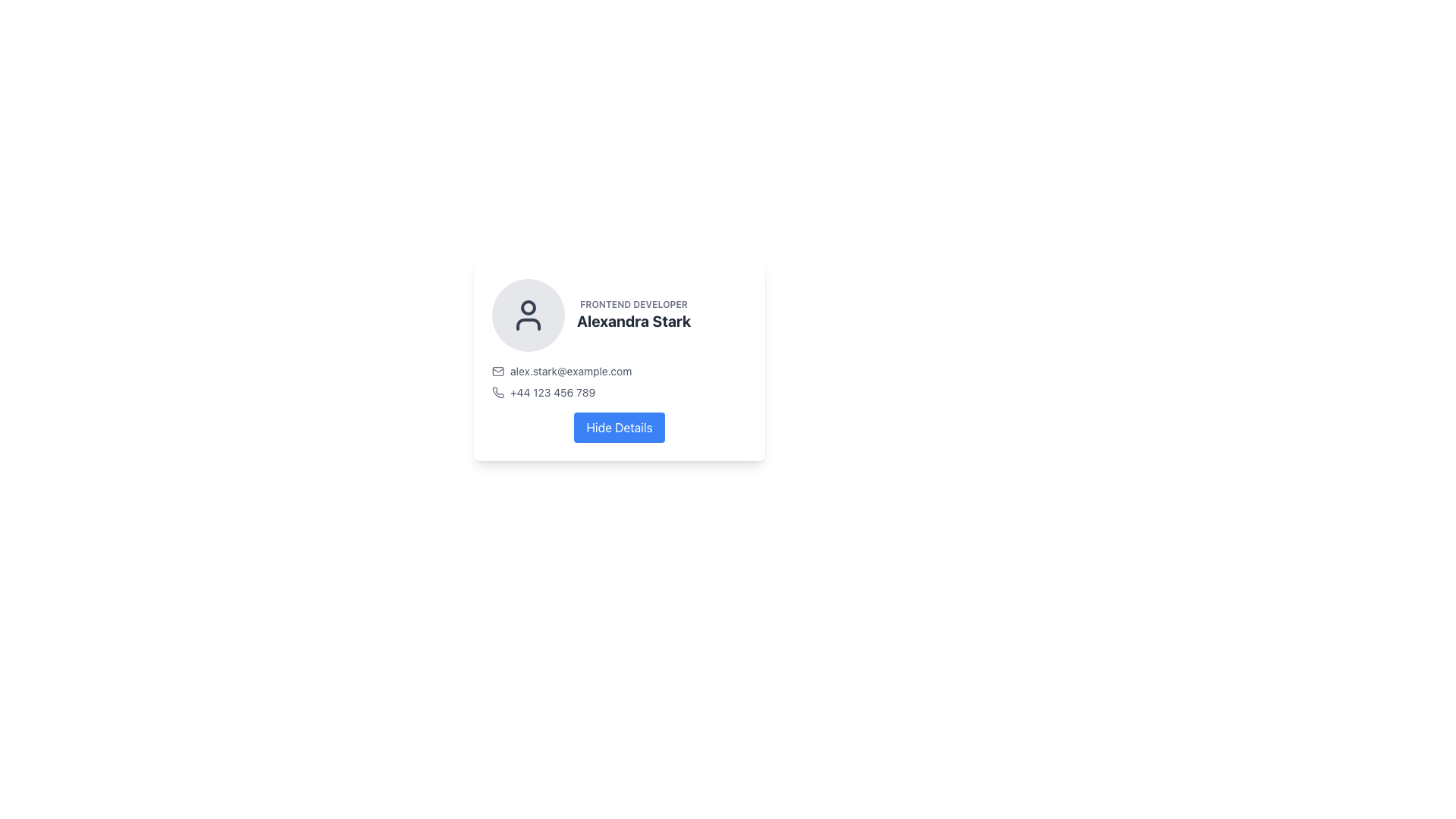  I want to click on the textual content of the Card header section which displays the user's role and name, located in the top section of the modal-like card structure, so click(619, 315).